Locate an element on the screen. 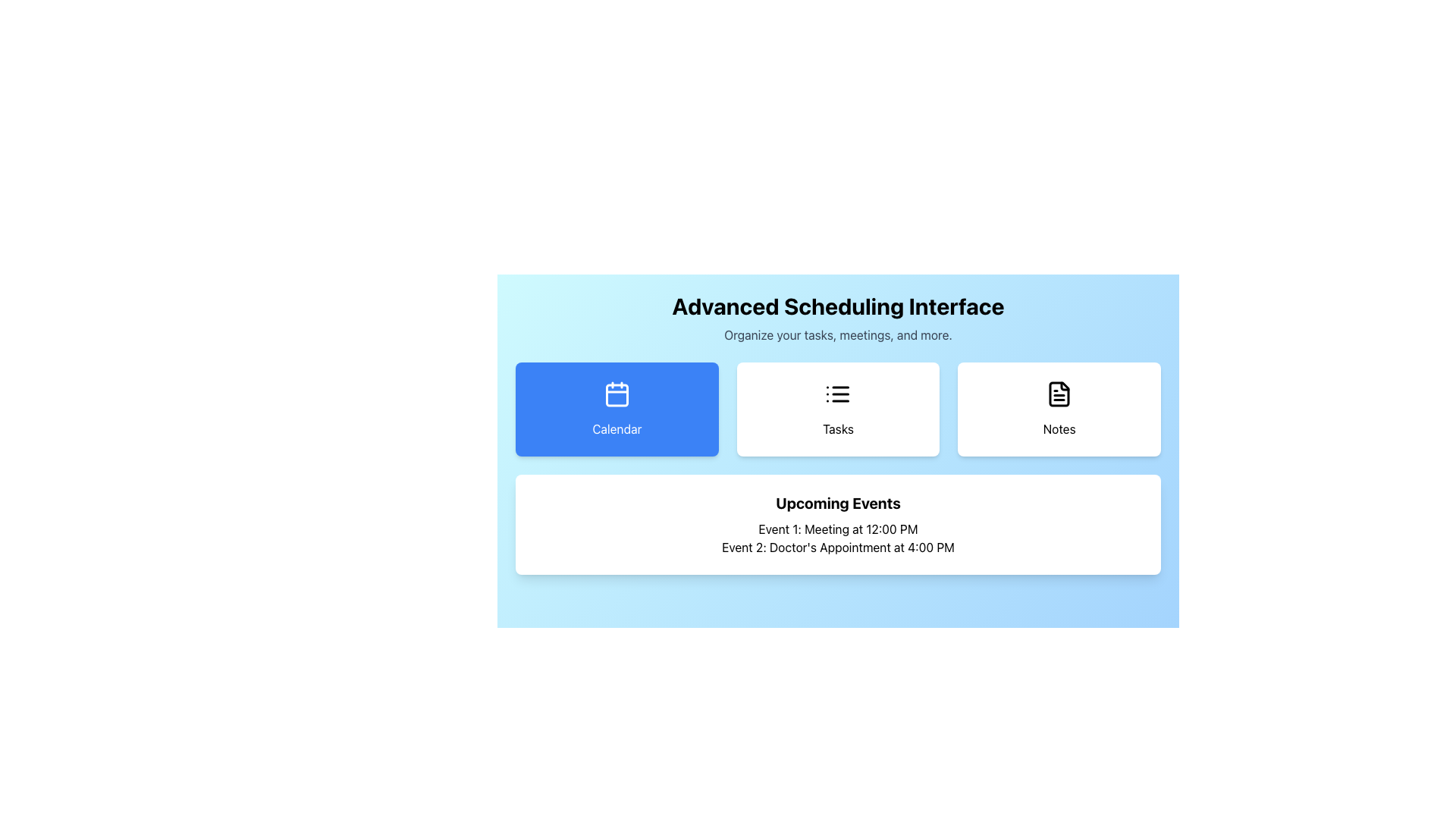  text content of the Header element which serves as the title for the upcoming events list, positioned at the top of the section is located at coordinates (837, 503).